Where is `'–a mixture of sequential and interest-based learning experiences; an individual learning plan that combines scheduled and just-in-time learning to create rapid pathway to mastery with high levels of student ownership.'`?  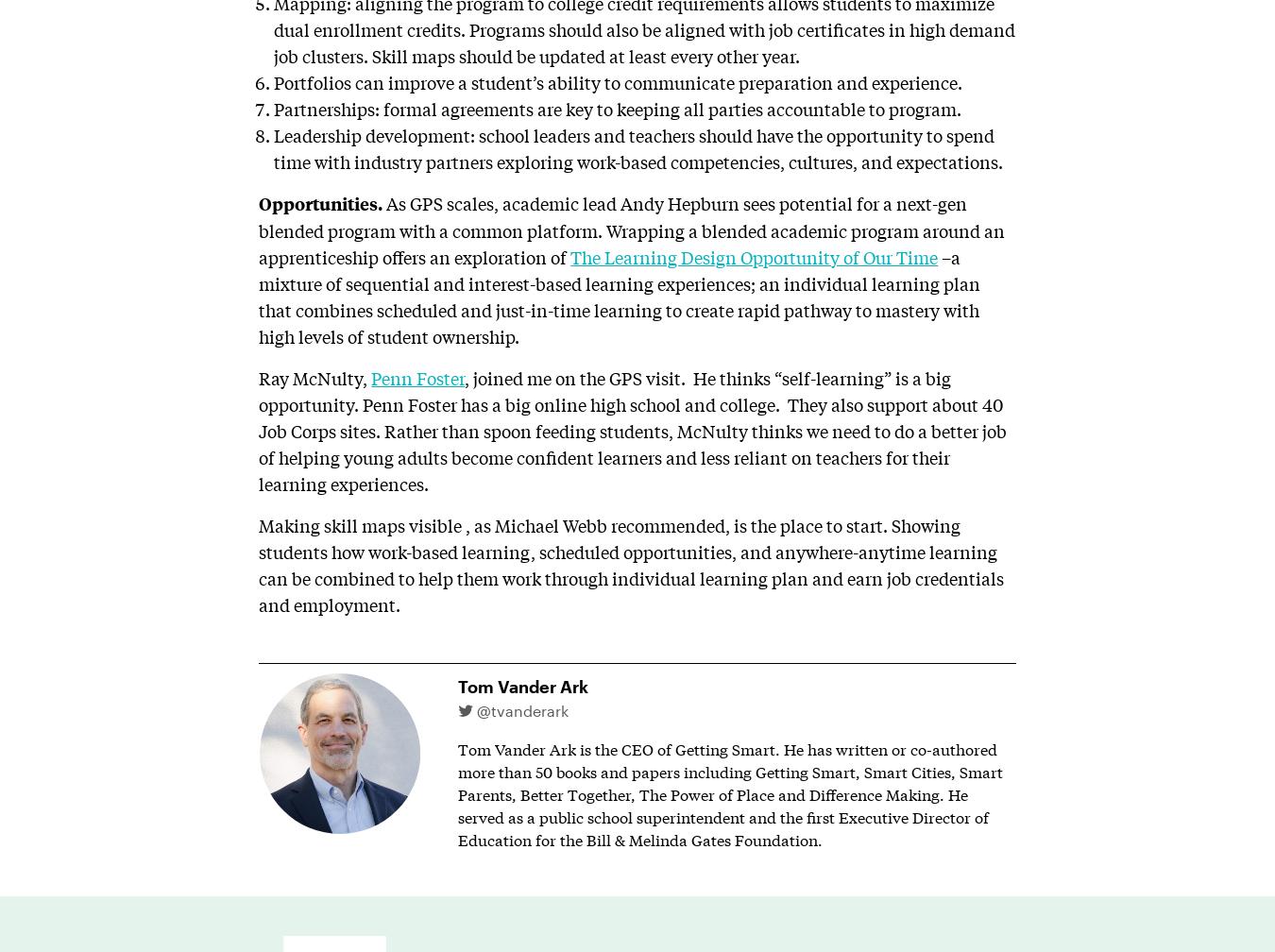
'–a mixture of sequential and interest-based learning experiences; an individual learning plan that combines scheduled and just-in-time learning to create rapid pathway to mastery with high levels of student ownership.' is located at coordinates (619, 295).